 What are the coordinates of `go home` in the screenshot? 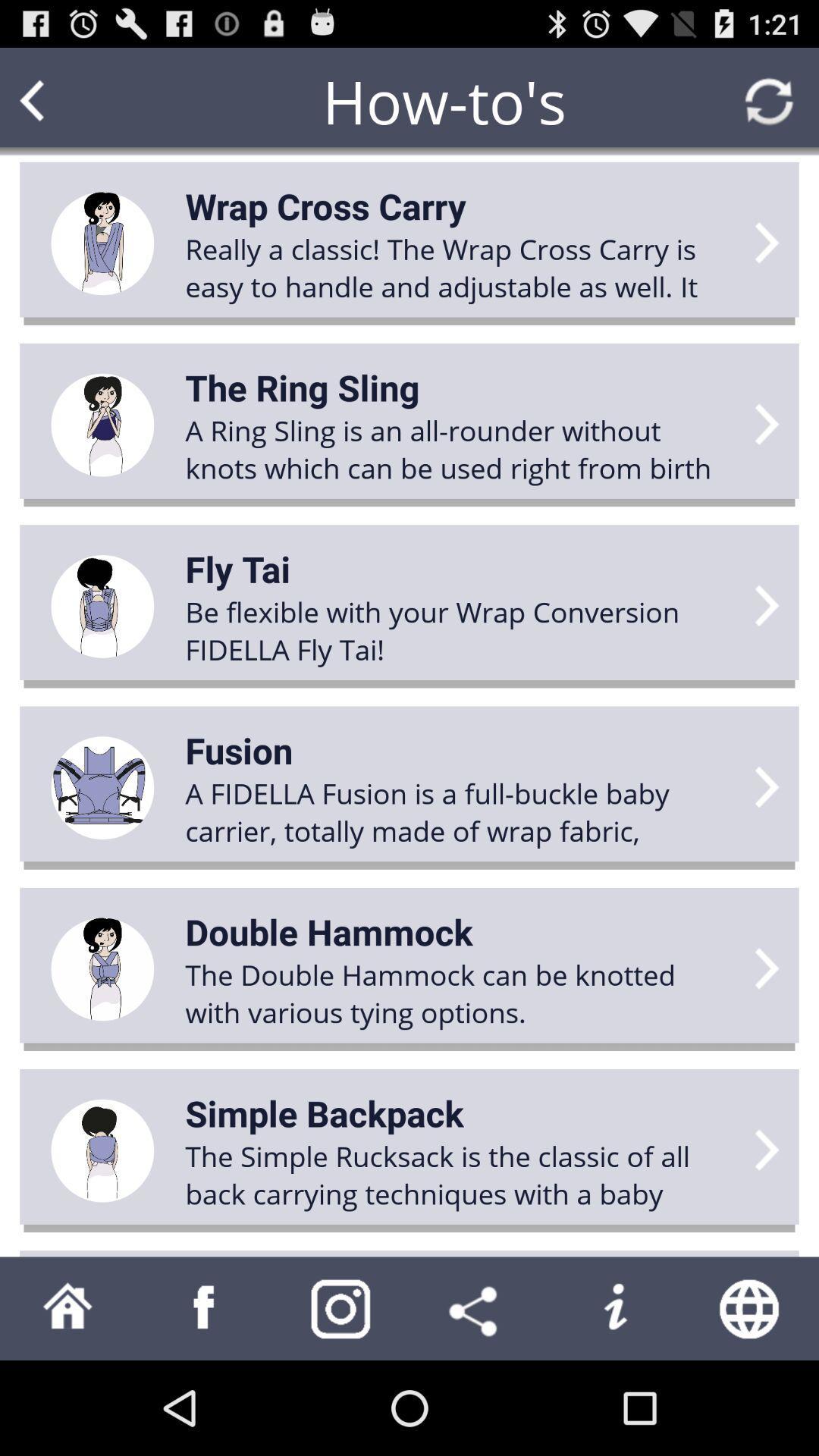 It's located at (67, 1307).